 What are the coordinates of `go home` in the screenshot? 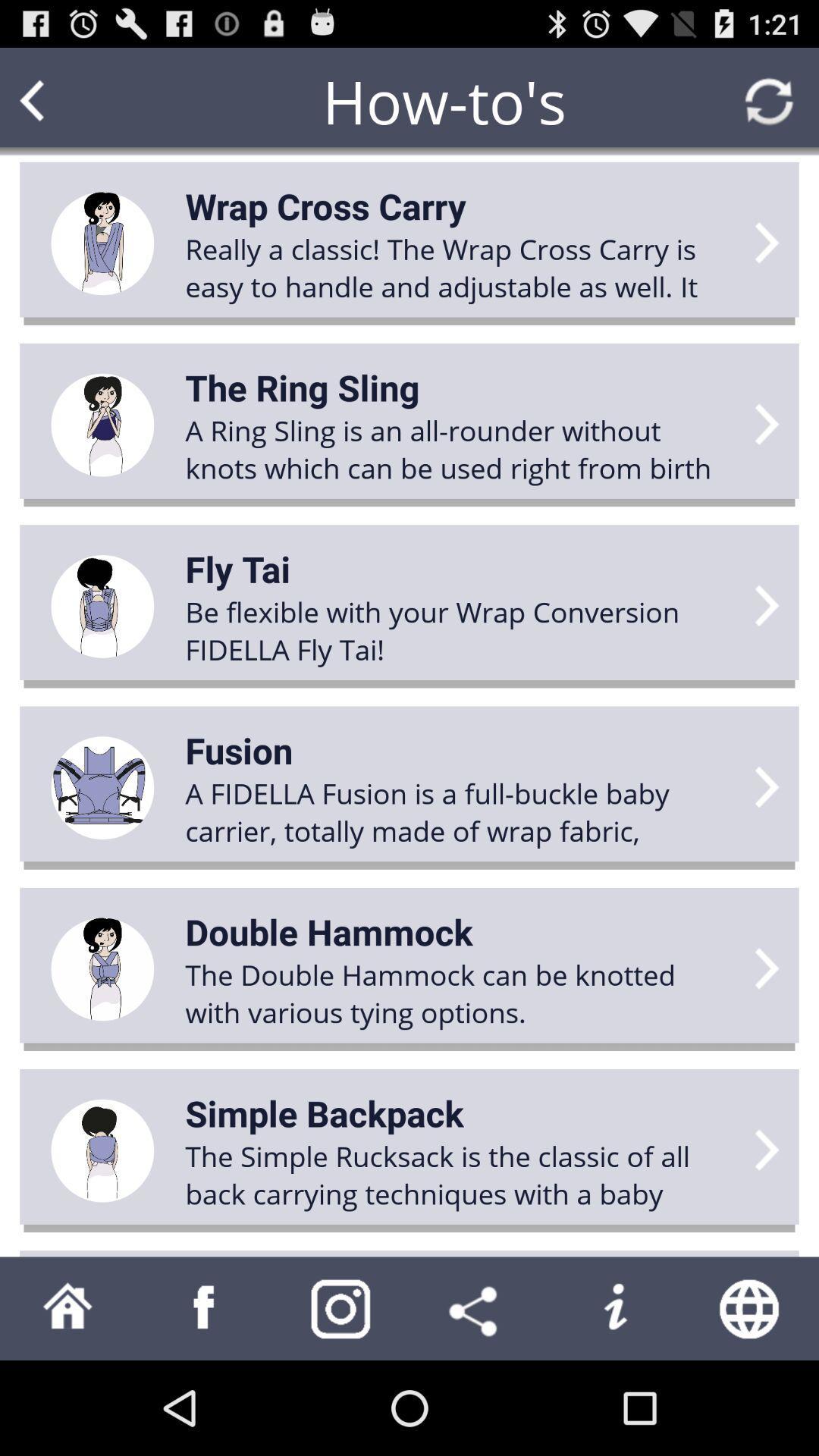 It's located at (67, 1307).